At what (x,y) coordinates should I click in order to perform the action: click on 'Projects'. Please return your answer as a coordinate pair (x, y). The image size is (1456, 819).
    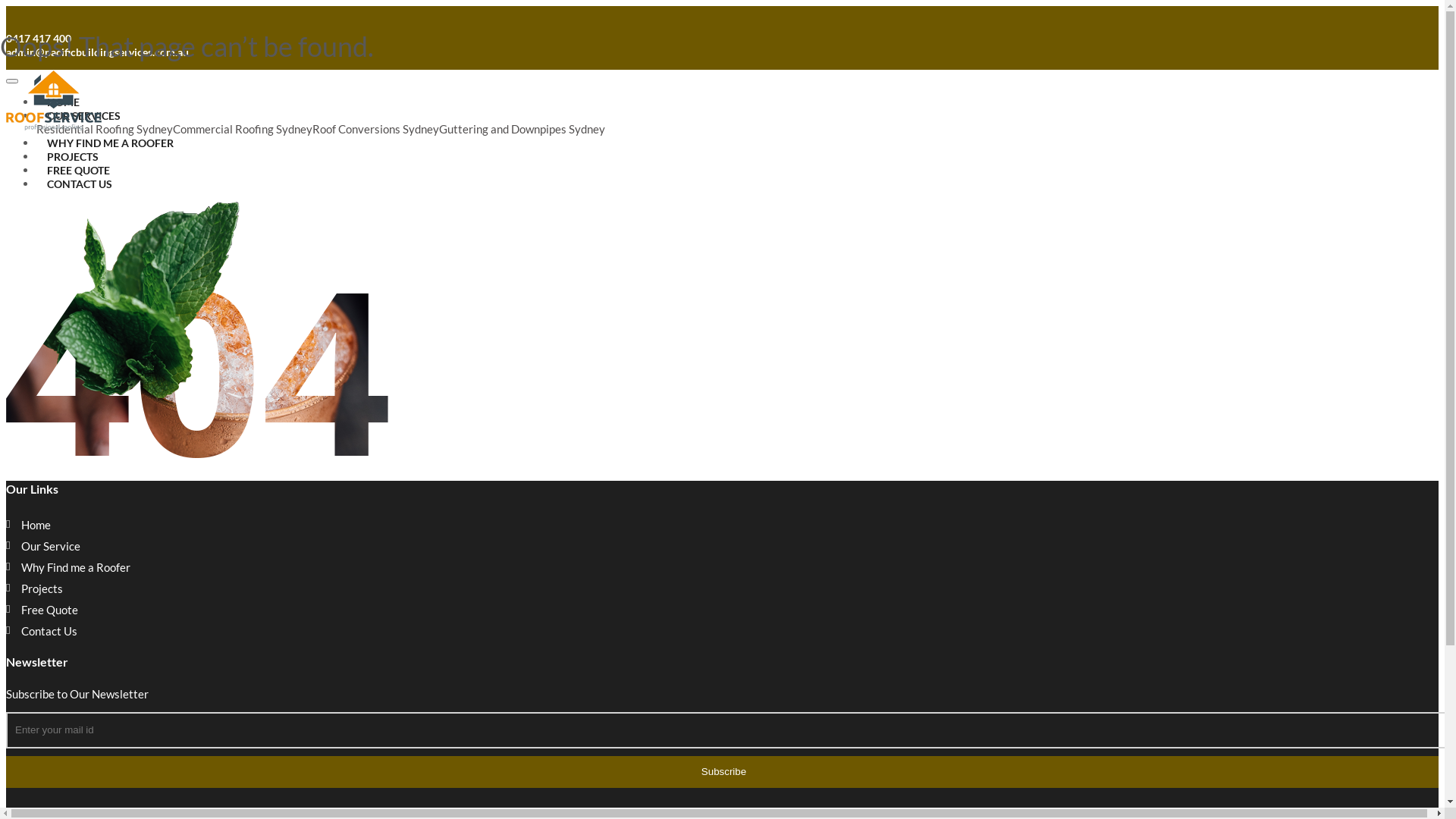
    Looking at the image, I should click on (42, 587).